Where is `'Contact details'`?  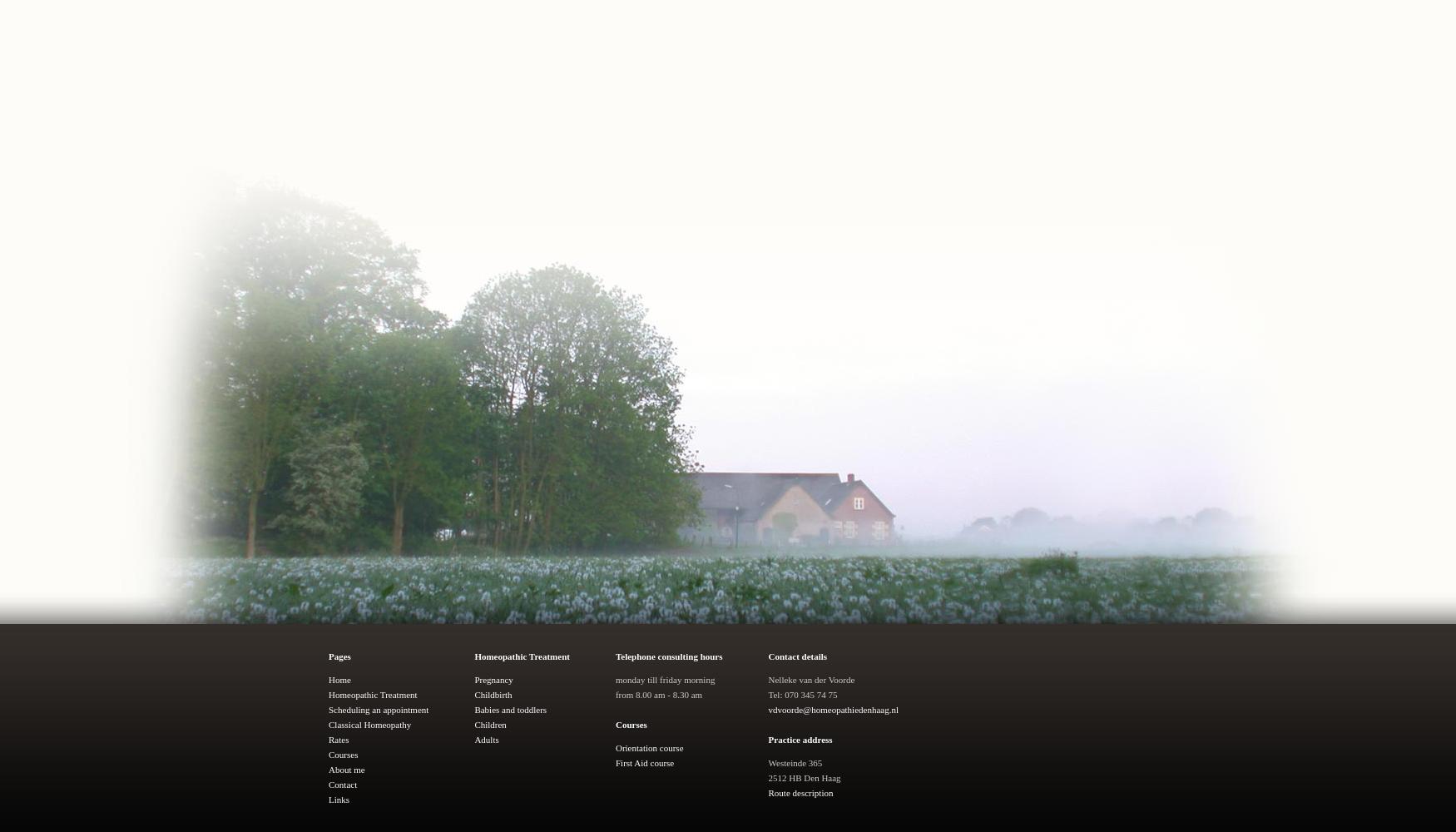 'Contact details' is located at coordinates (797, 656).